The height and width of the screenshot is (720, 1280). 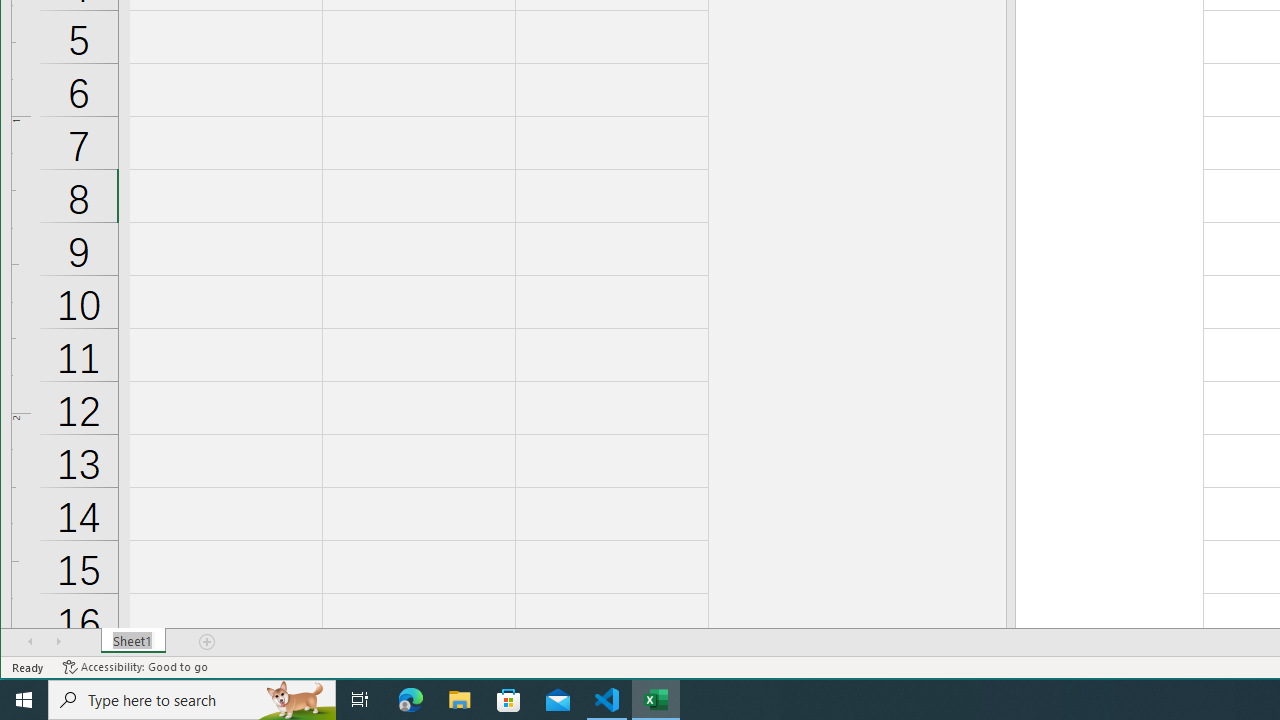 I want to click on 'Search highlights icon opens search home window', so click(x=294, y=698).